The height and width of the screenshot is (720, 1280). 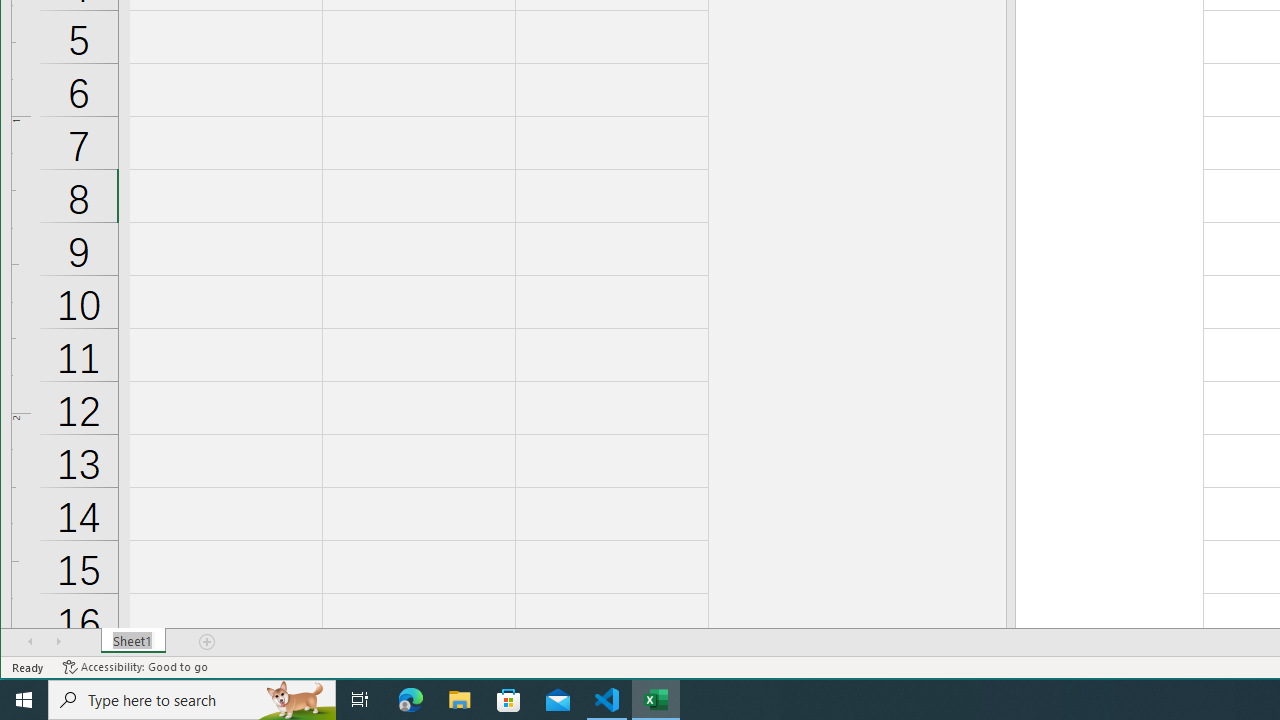 I want to click on 'Search highlights icon opens search home window', so click(x=294, y=698).